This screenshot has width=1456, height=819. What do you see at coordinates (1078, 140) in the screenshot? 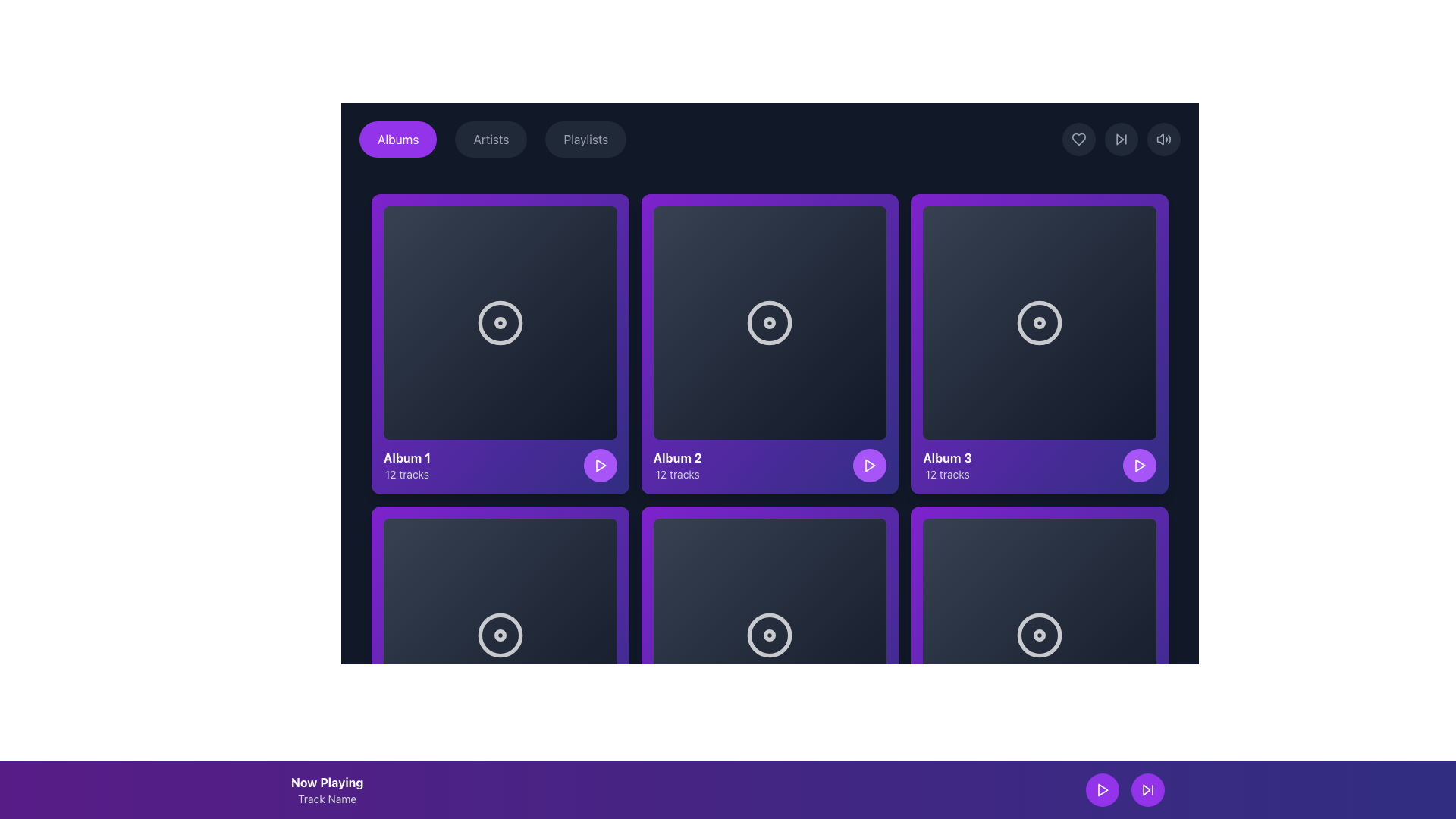
I see `the heart-shaped icon button, which is the first in a group of three circular buttons at the top-right corner of the interface` at bounding box center [1078, 140].